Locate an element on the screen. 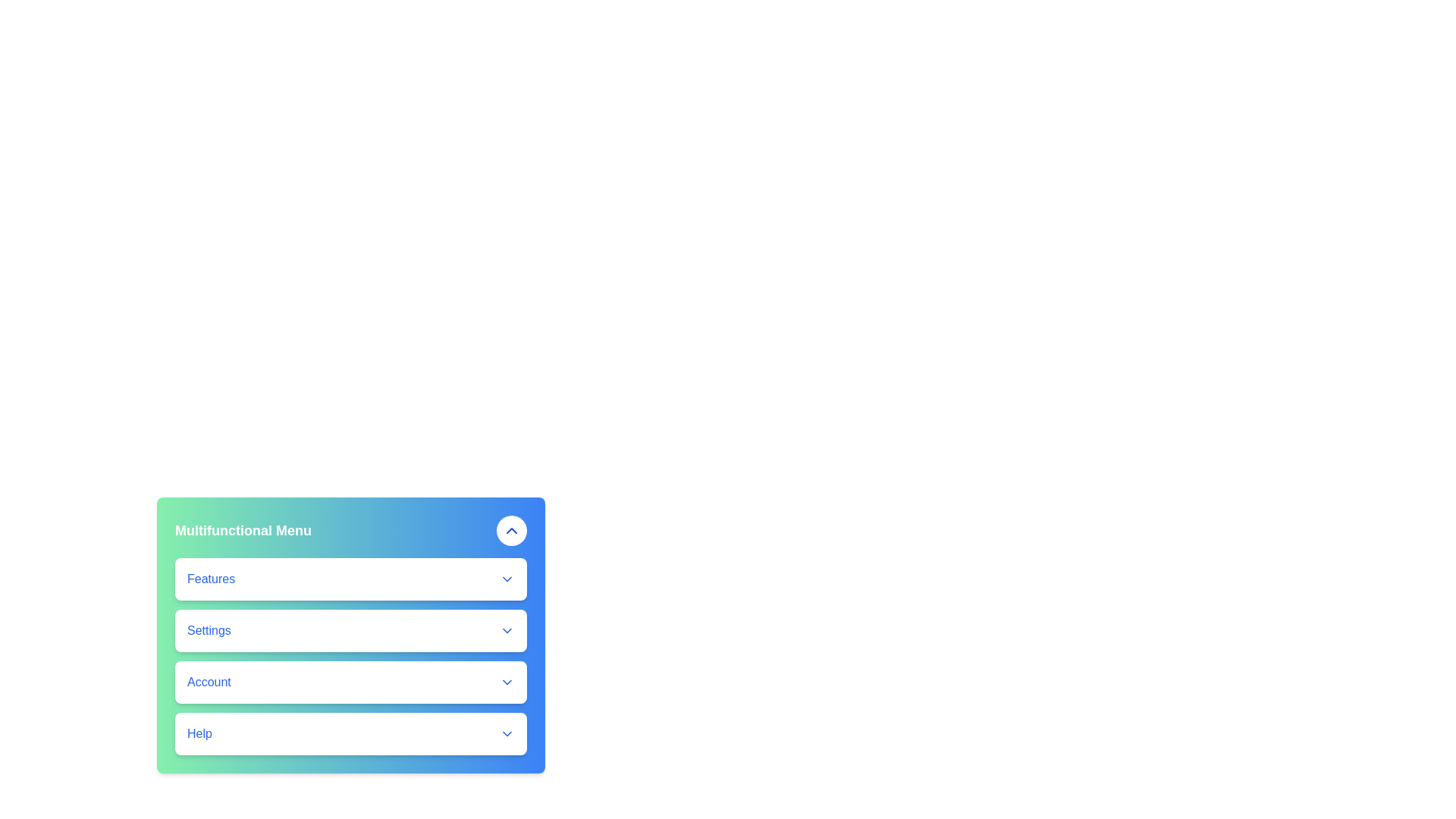 The width and height of the screenshot is (1456, 819). text of the 'Account' label located in the menu, which is the third option in a vertical list, situated between 'Settings' and 'Help' is located at coordinates (208, 681).